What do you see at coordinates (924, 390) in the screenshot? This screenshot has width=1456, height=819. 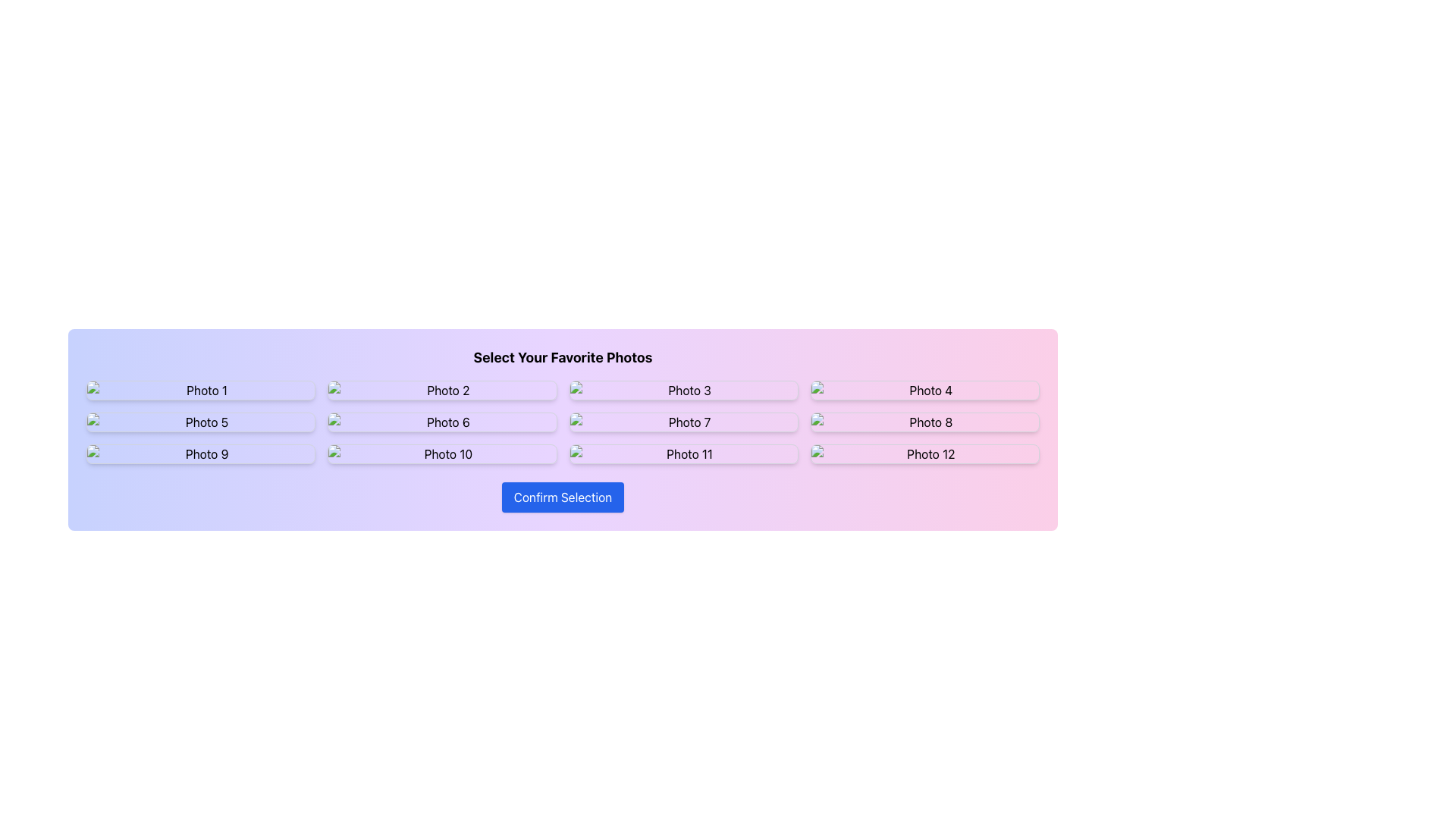 I see `the image element labeled 'Photo 4'` at bounding box center [924, 390].